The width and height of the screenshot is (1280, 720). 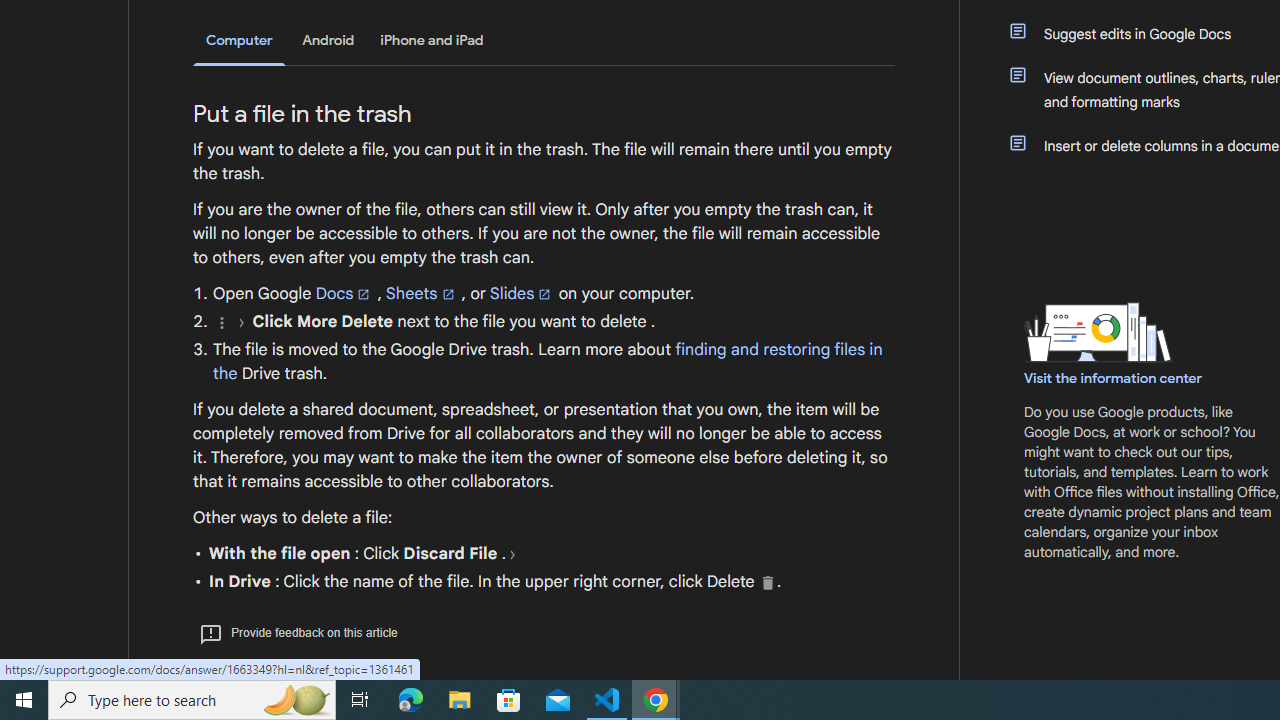 I want to click on 'Visit the information center', so click(x=1112, y=378).